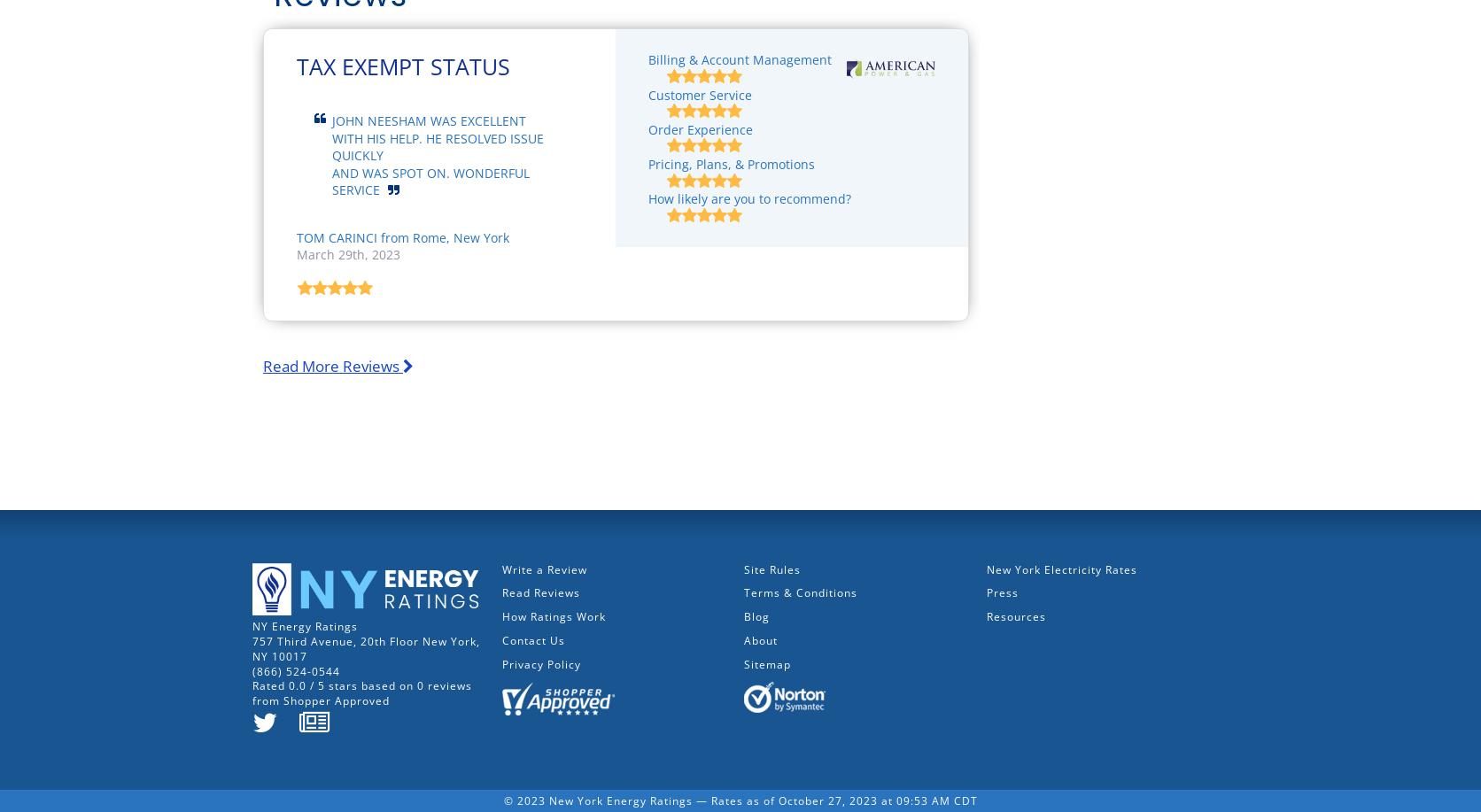  Describe the element at coordinates (320, 684) in the screenshot. I see `'5'` at that location.